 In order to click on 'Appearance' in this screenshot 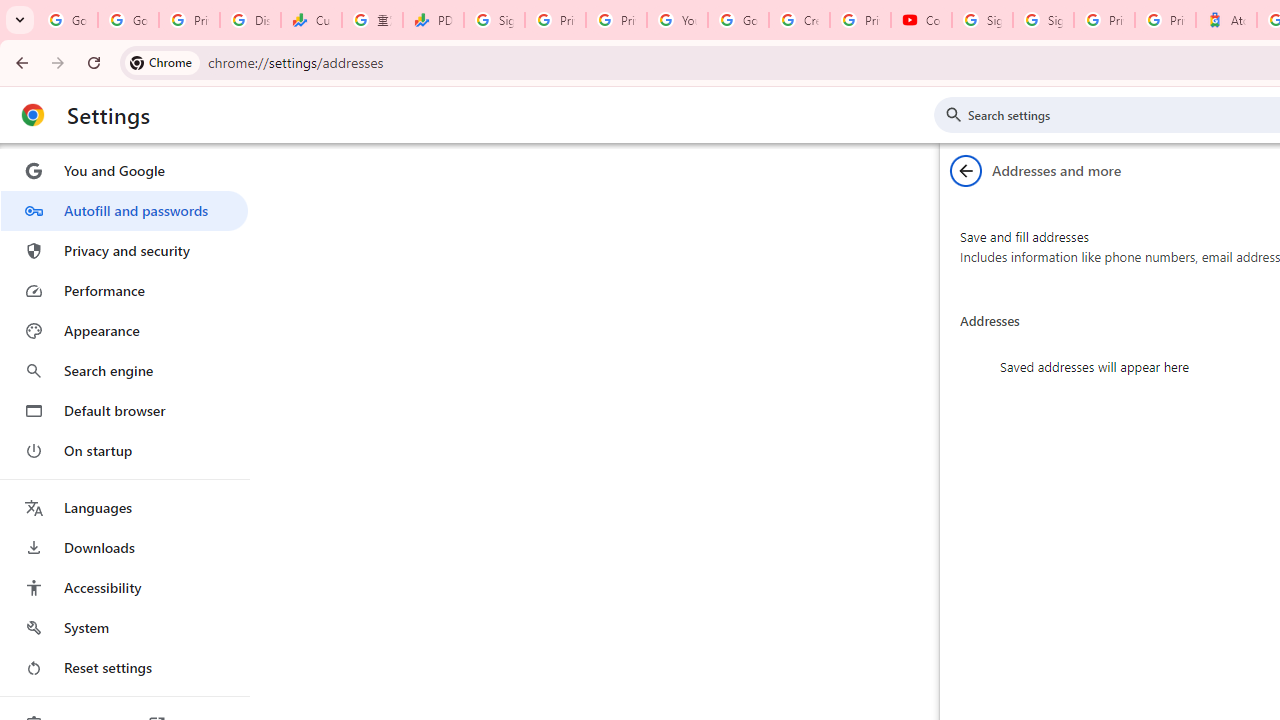, I will do `click(123, 330)`.